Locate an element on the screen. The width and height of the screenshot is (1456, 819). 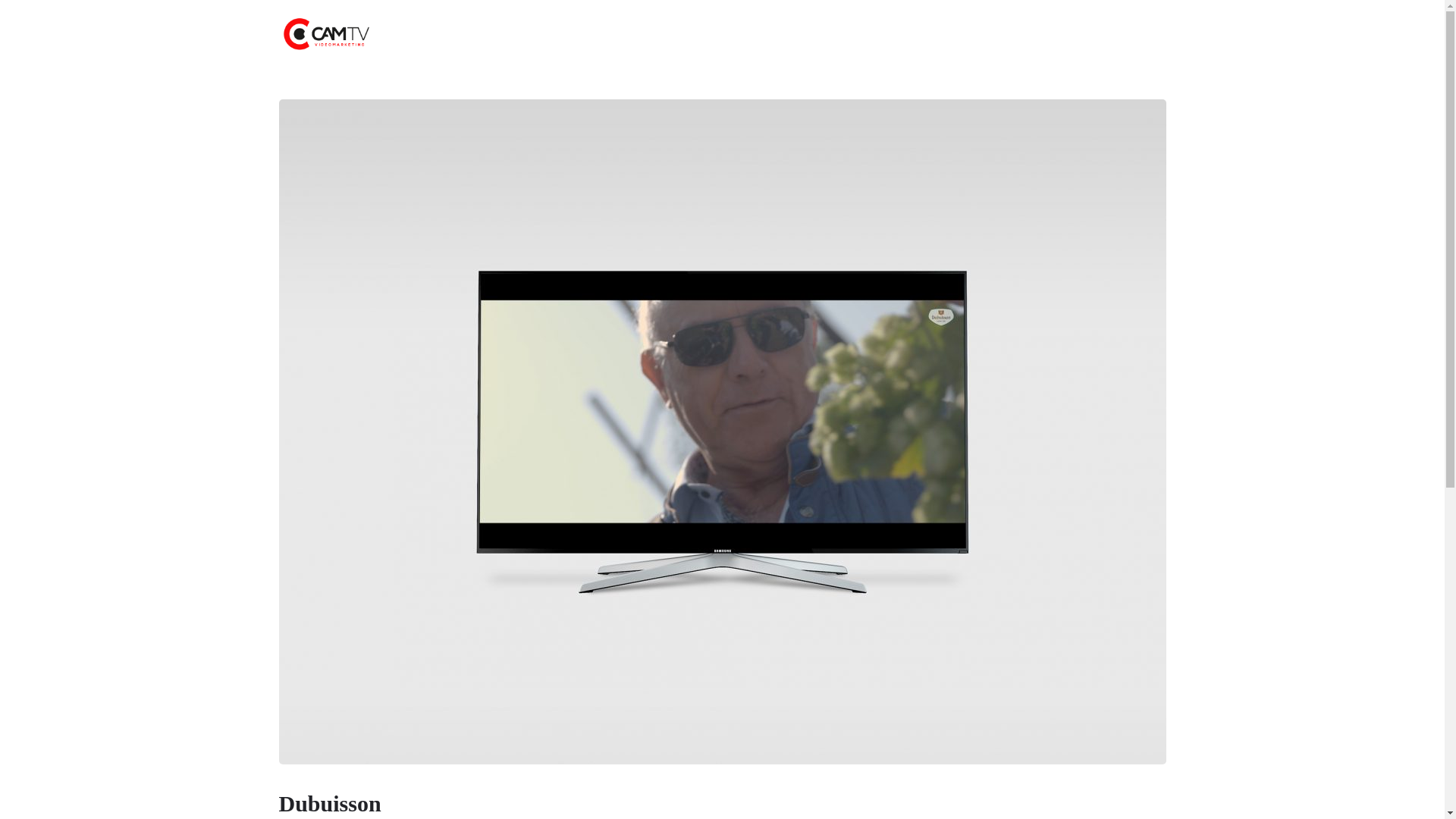
'SERVICES' is located at coordinates (664, 34).